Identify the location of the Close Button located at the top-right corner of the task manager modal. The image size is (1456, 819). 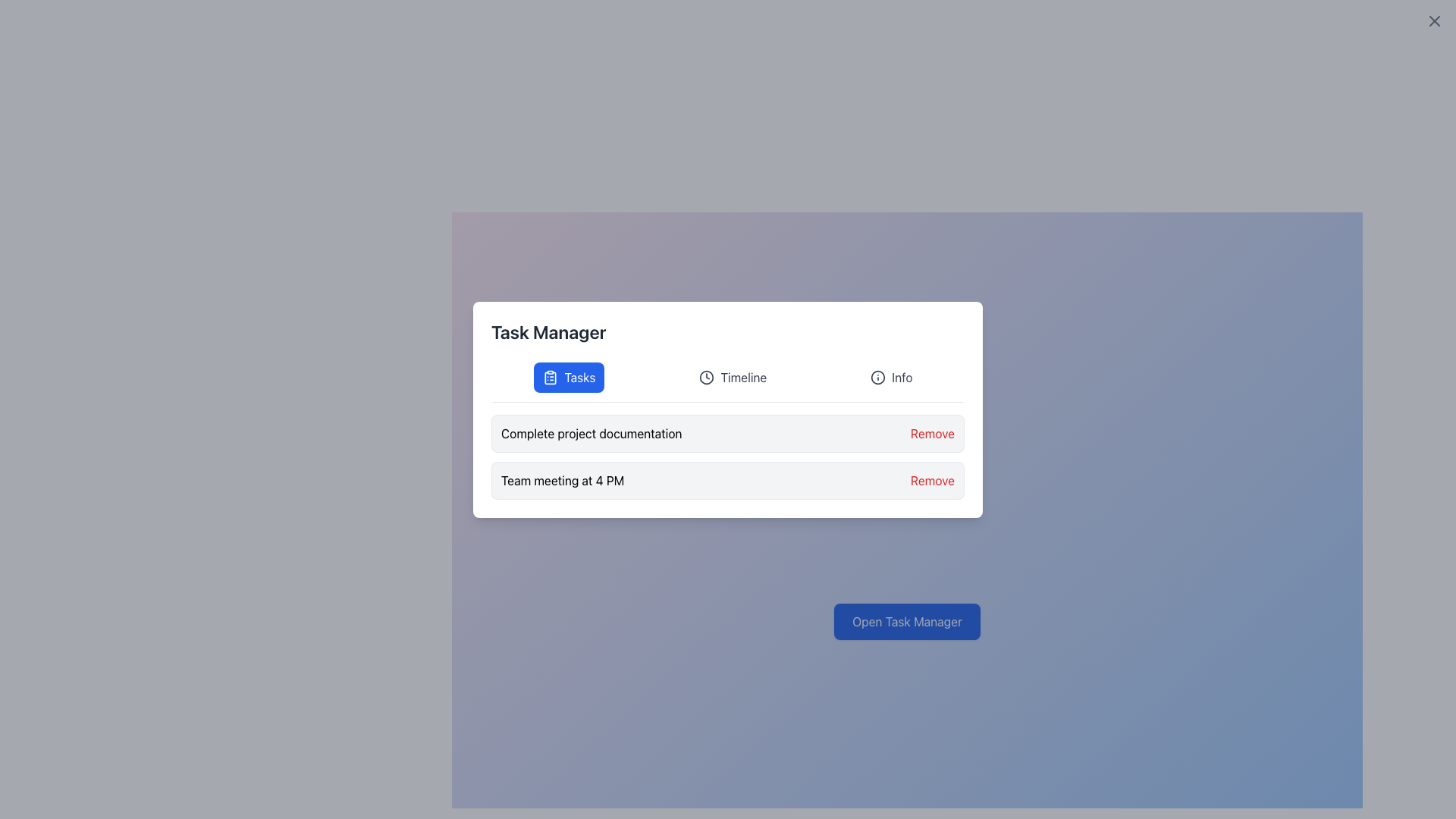
(1433, 20).